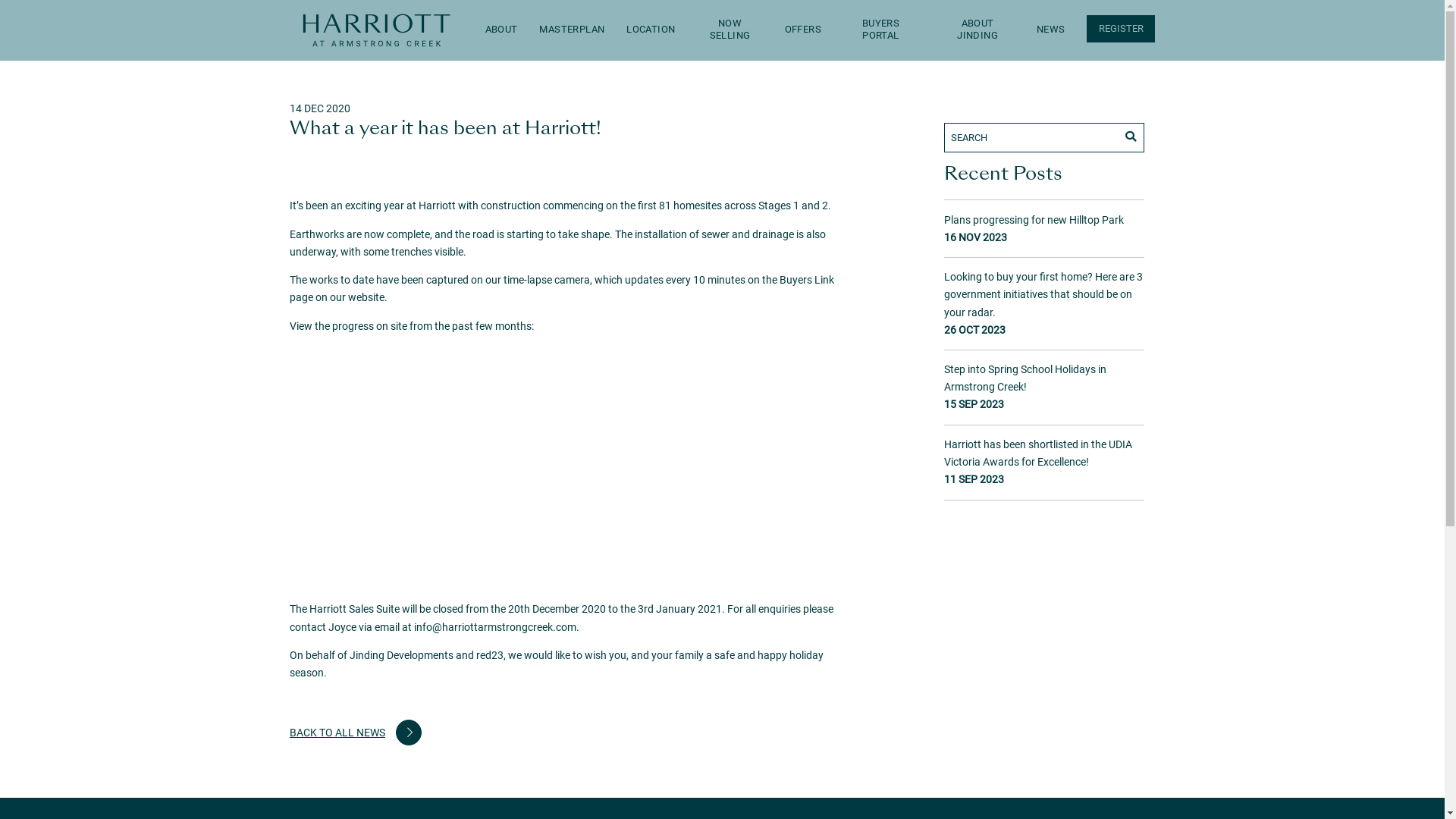 The image size is (1456, 819). I want to click on 'LOCATION', so click(651, 30).